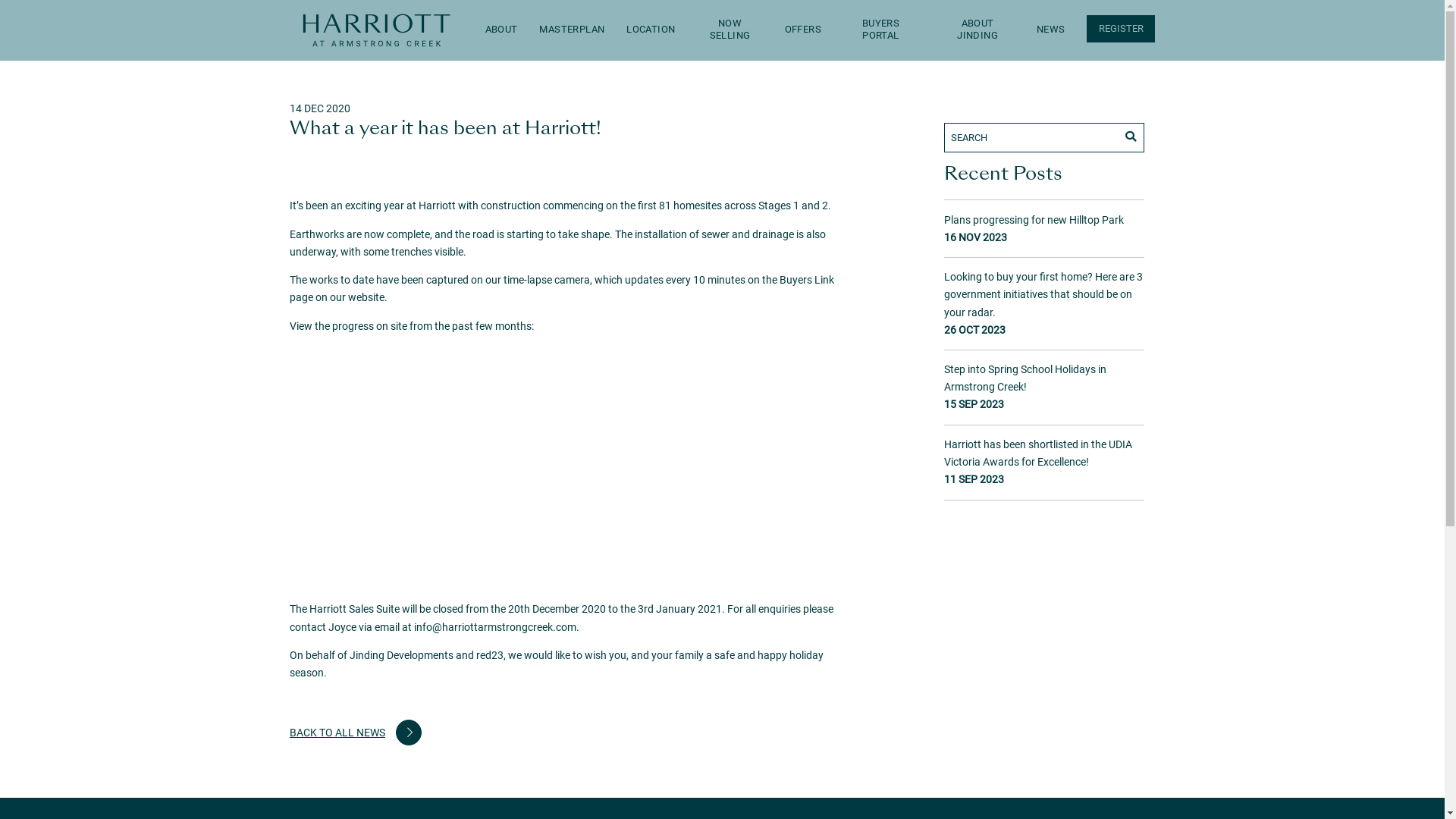 The image size is (1456, 819). I want to click on 'LOCATION', so click(651, 30).